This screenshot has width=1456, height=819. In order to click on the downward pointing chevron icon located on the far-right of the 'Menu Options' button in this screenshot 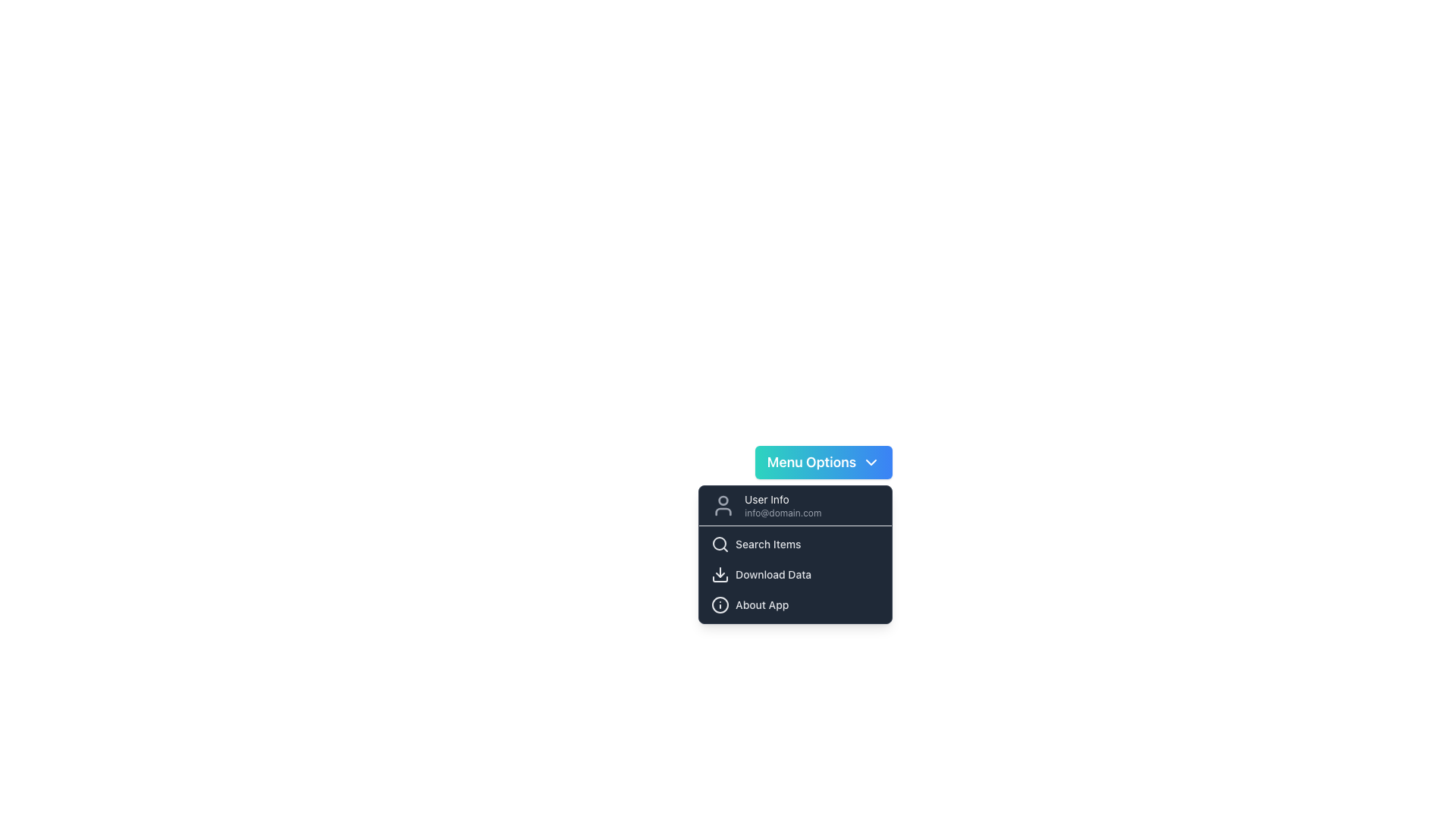, I will do `click(871, 461)`.